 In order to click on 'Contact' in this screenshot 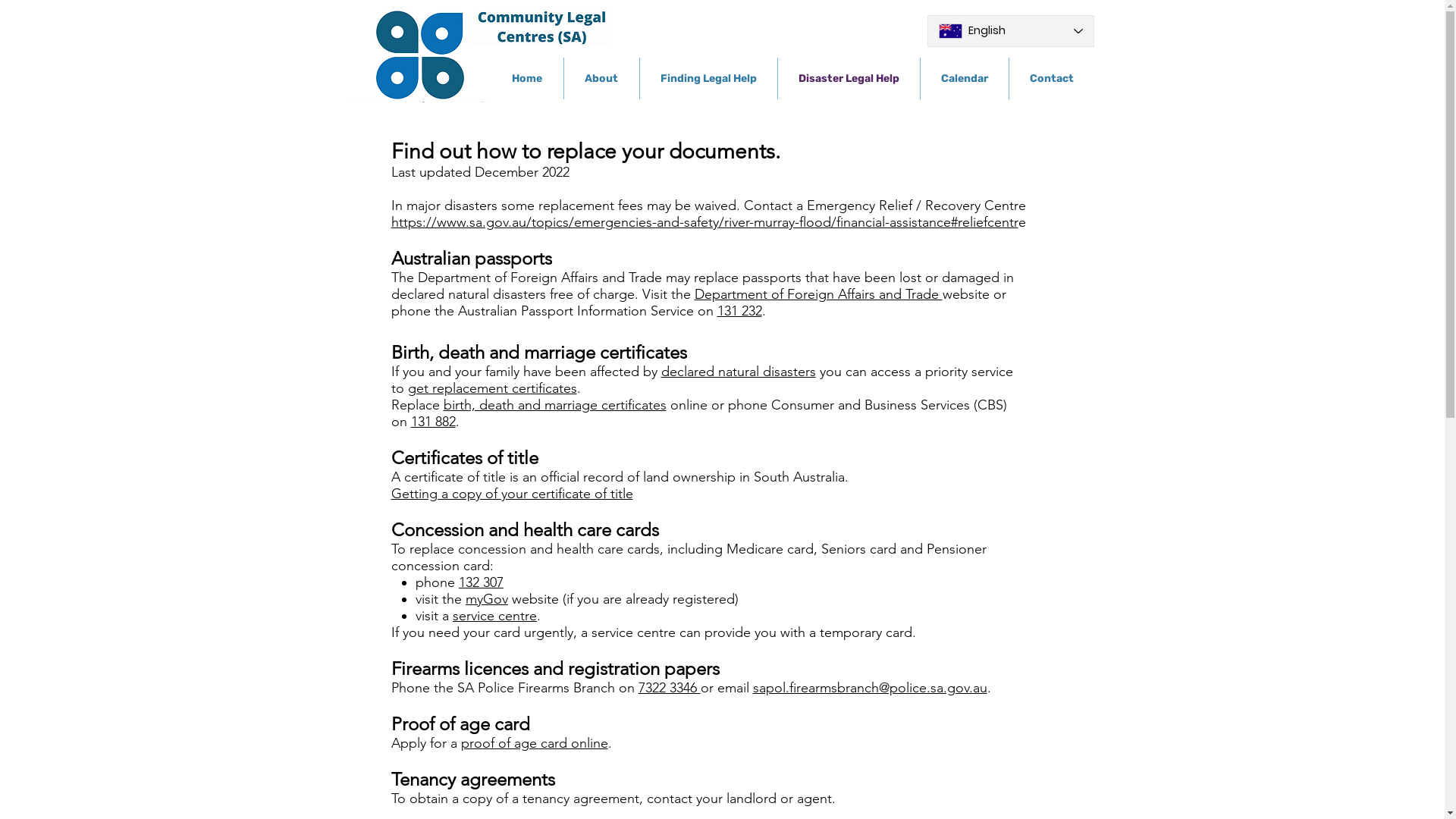, I will do `click(1008, 78)`.